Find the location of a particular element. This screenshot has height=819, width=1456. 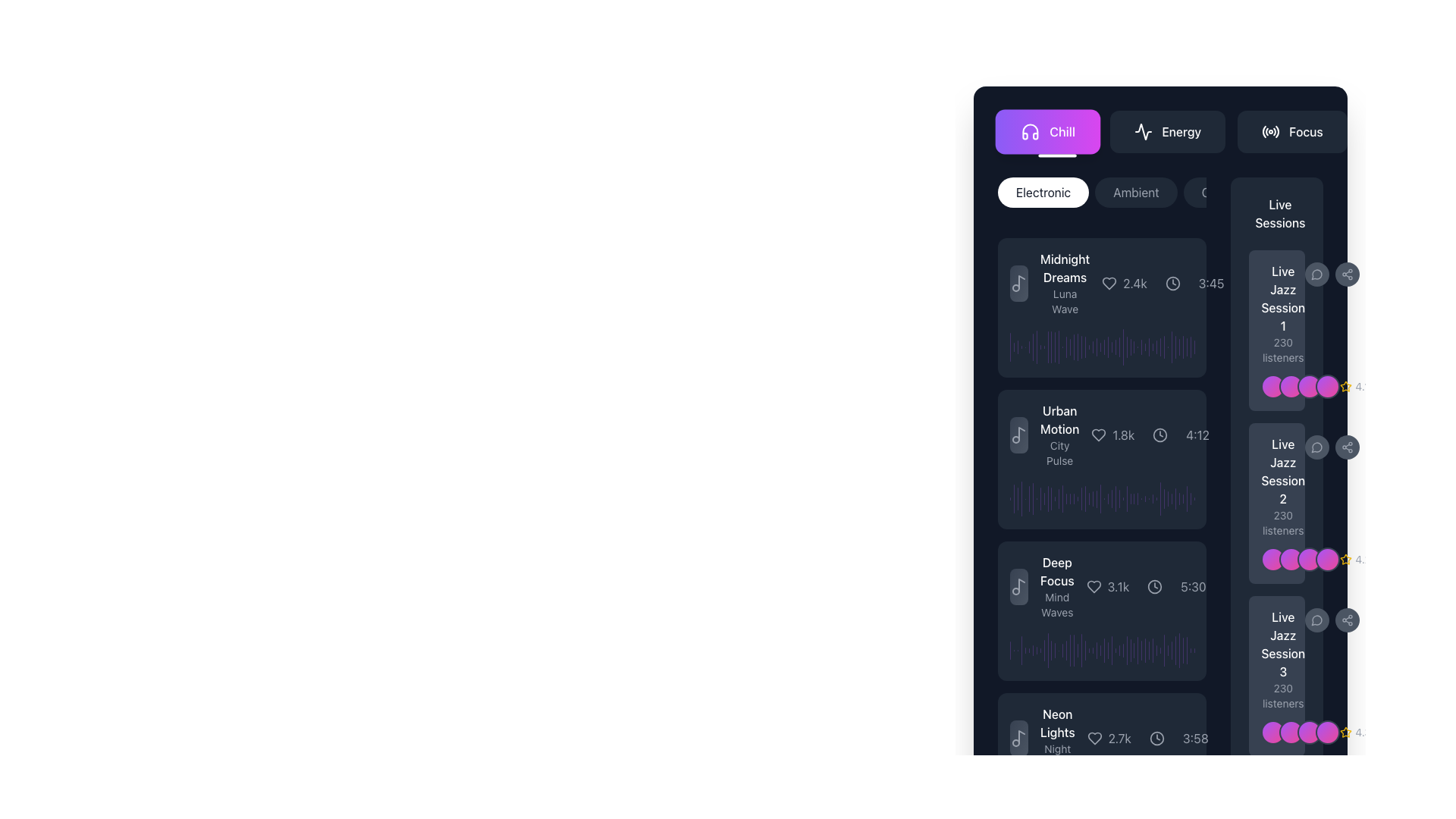

the text label displaying 'Live, Jazz, Session 3' located in the rightmost column of the interface, within the 'Live Sessions' section is located at coordinates (1282, 644).